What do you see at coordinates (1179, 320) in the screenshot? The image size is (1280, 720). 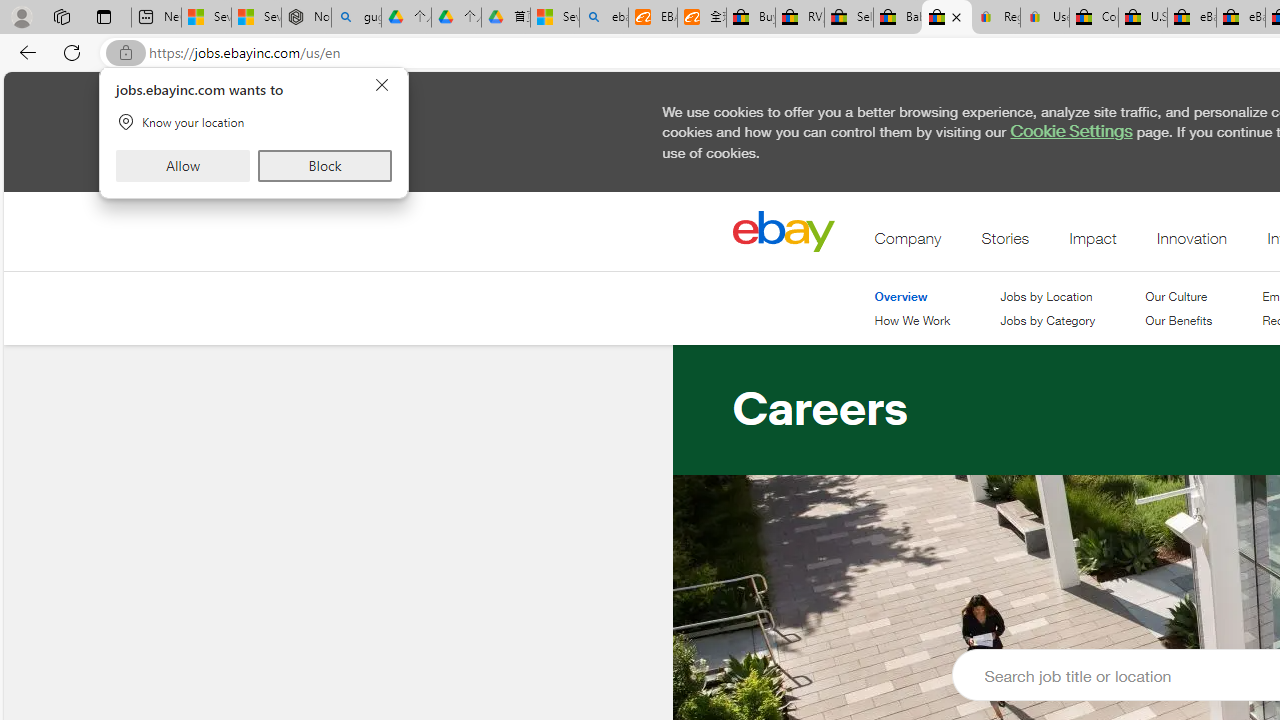 I see `'Our Benefits'` at bounding box center [1179, 320].